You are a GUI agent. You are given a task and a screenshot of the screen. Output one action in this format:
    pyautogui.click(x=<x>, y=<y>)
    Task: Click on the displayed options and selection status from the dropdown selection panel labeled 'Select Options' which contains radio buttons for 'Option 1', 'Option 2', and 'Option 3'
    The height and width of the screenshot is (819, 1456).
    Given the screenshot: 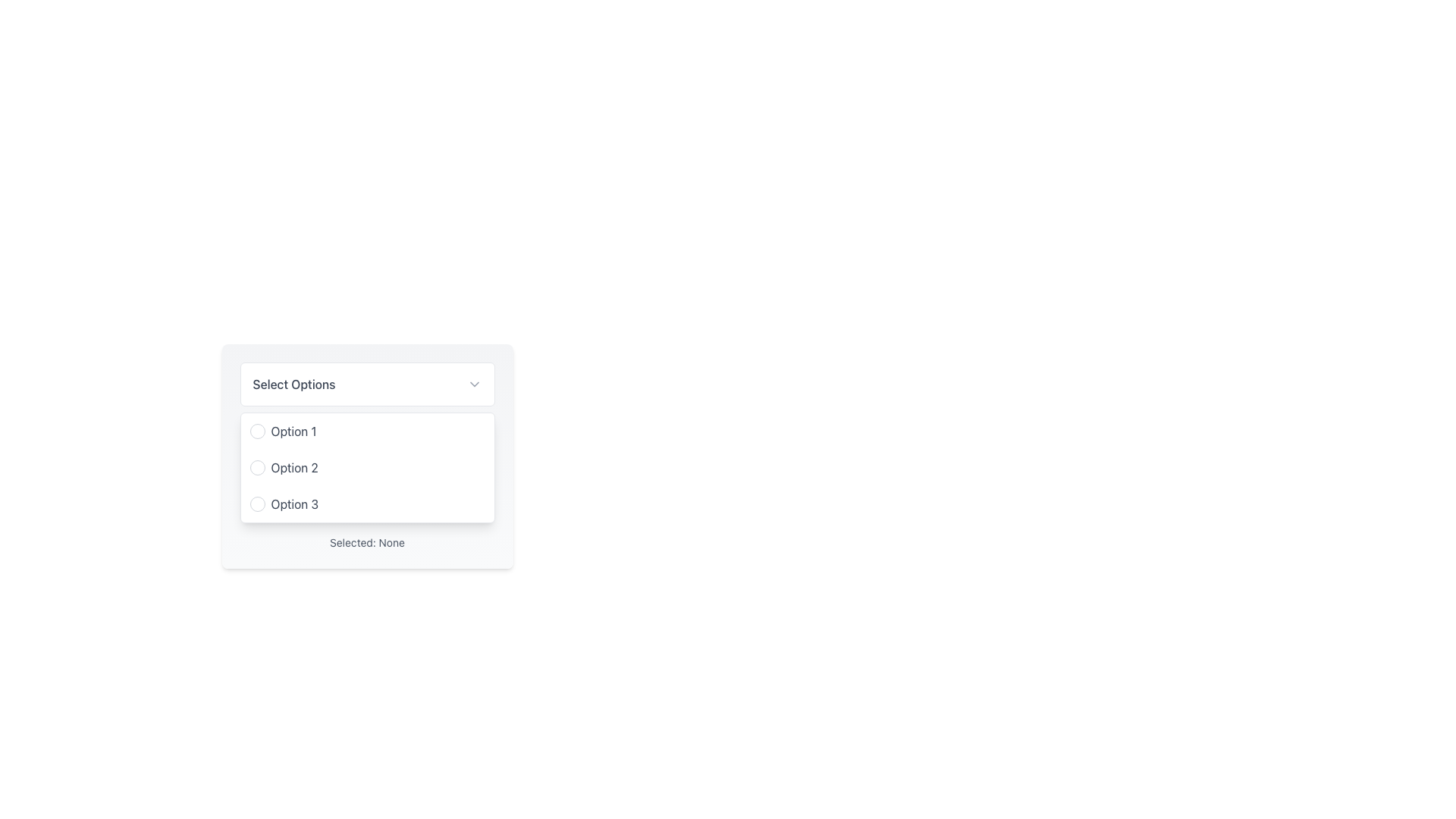 What is the action you would take?
    pyautogui.click(x=367, y=461)
    